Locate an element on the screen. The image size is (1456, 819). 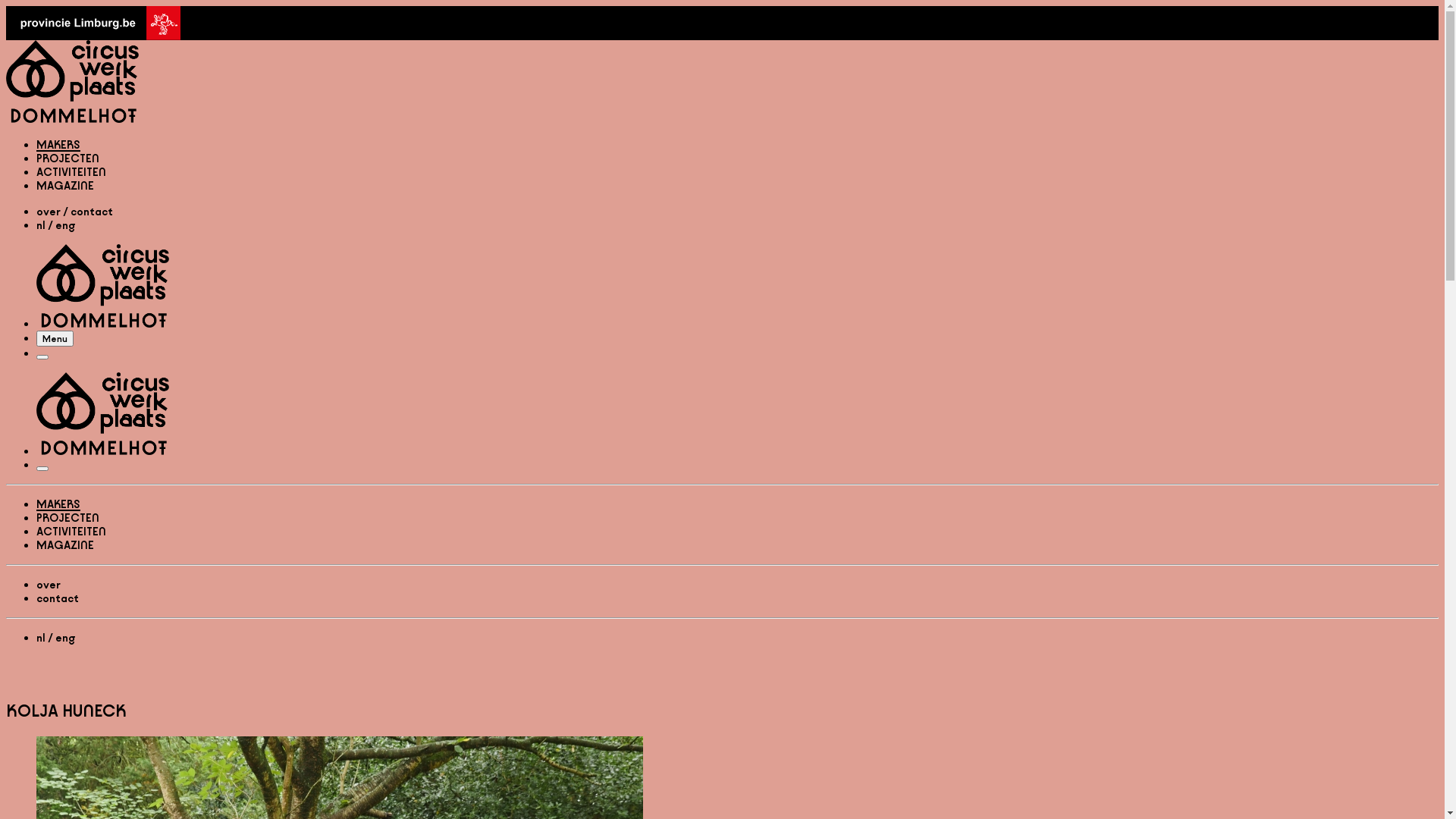
'ACTIVITEITEN' is located at coordinates (71, 171).